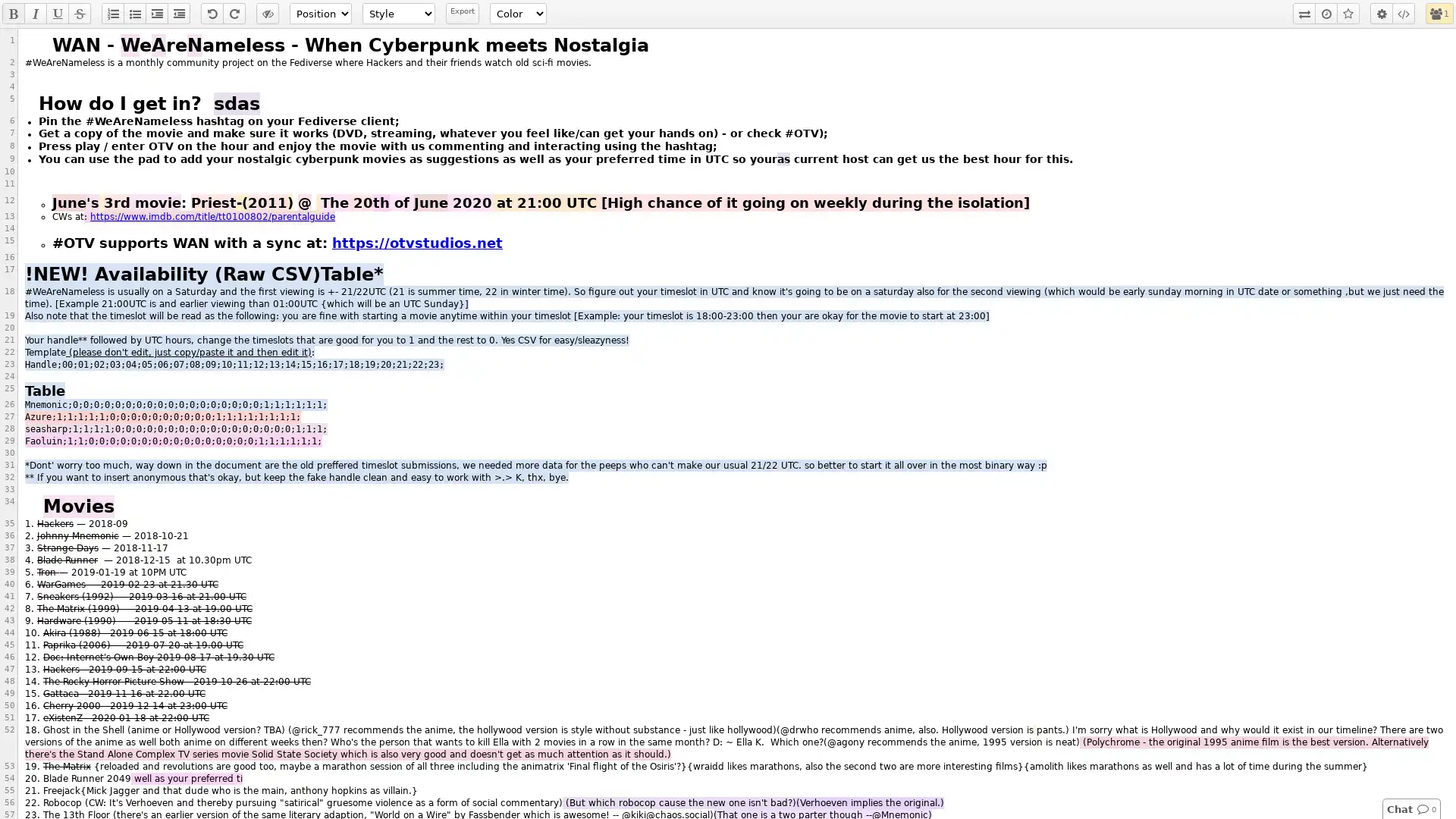  Describe the element at coordinates (111, 14) in the screenshot. I see `Ordered list (Ctrl+Shift+N)` at that location.